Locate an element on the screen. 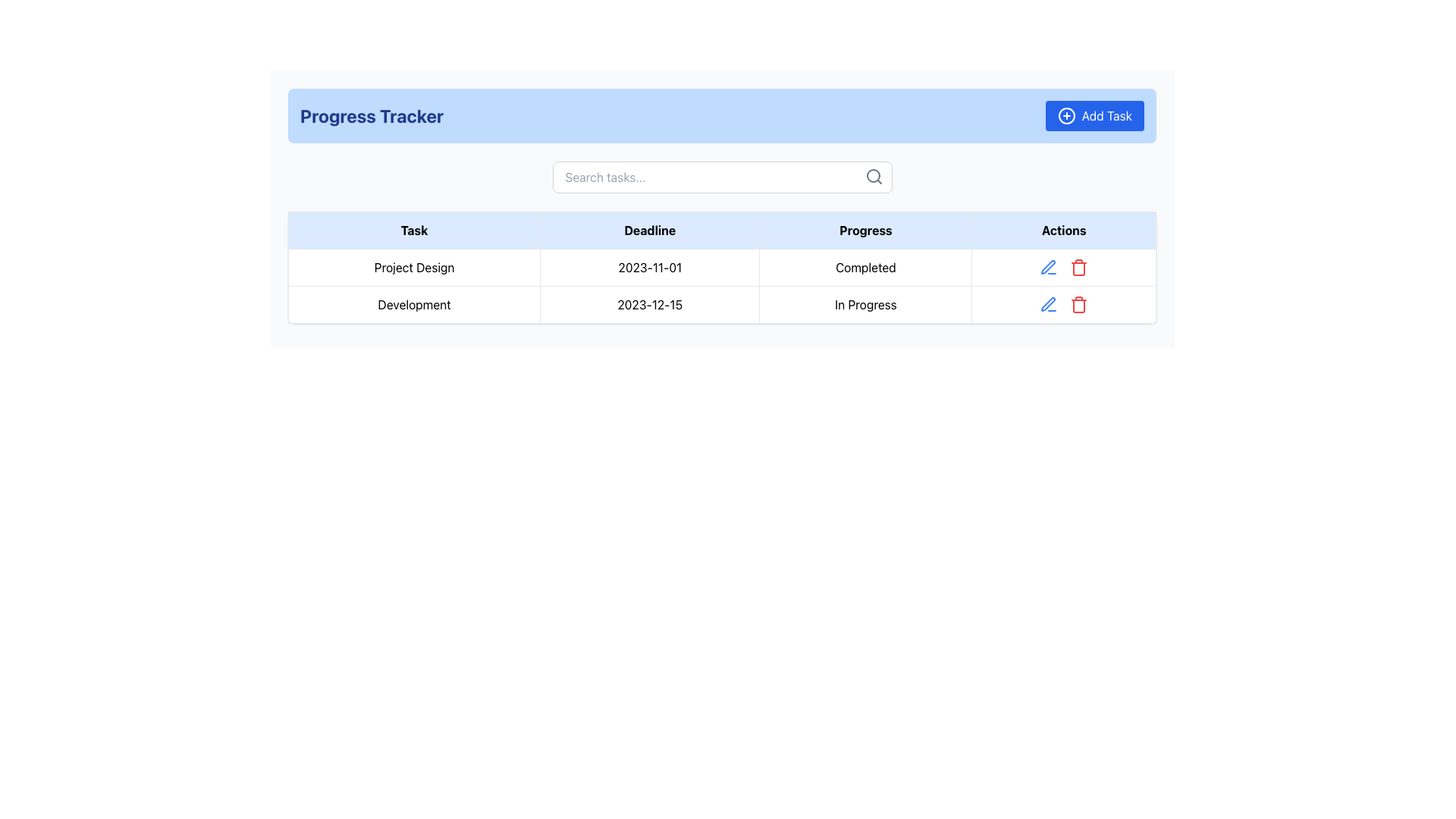 The width and height of the screenshot is (1456, 819). the Table Header Cell labeled 'Actions', which is the last header in the table with a light blue background and bold black text is located at coordinates (1063, 231).